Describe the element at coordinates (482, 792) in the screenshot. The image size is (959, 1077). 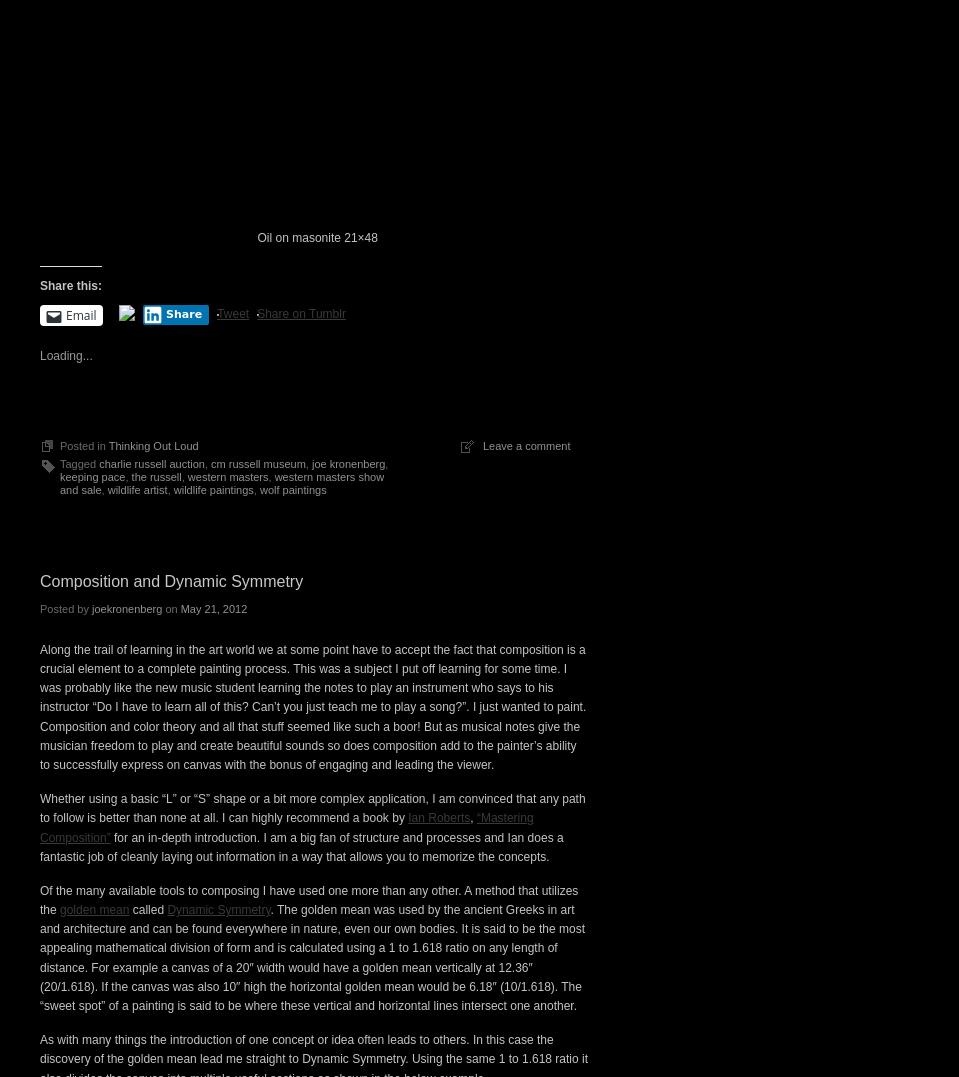
I see `'Leave a comment'` at that location.